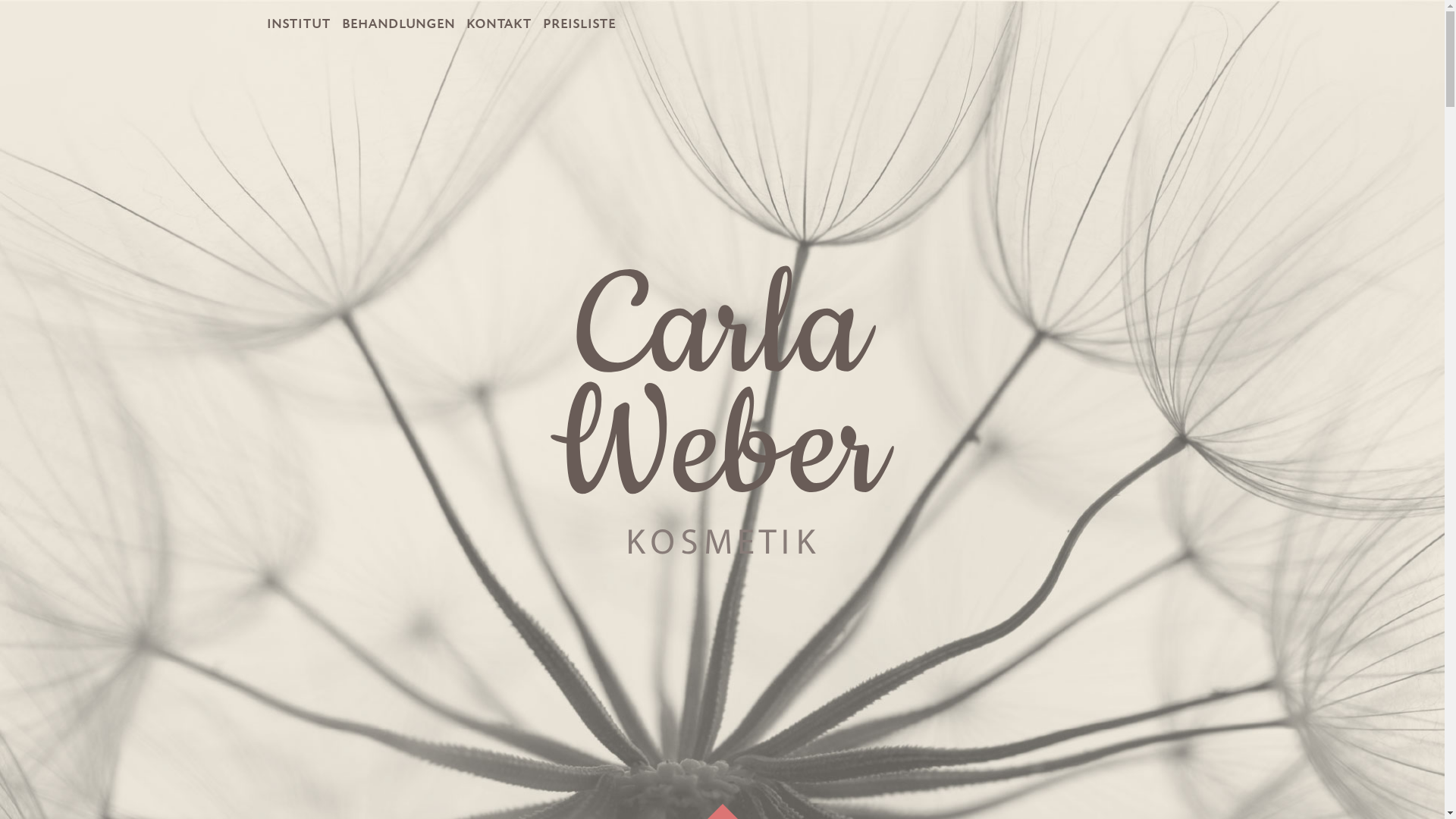 The height and width of the screenshot is (819, 1456). Describe the element at coordinates (298, 25) in the screenshot. I see `'INSTITUT'` at that location.